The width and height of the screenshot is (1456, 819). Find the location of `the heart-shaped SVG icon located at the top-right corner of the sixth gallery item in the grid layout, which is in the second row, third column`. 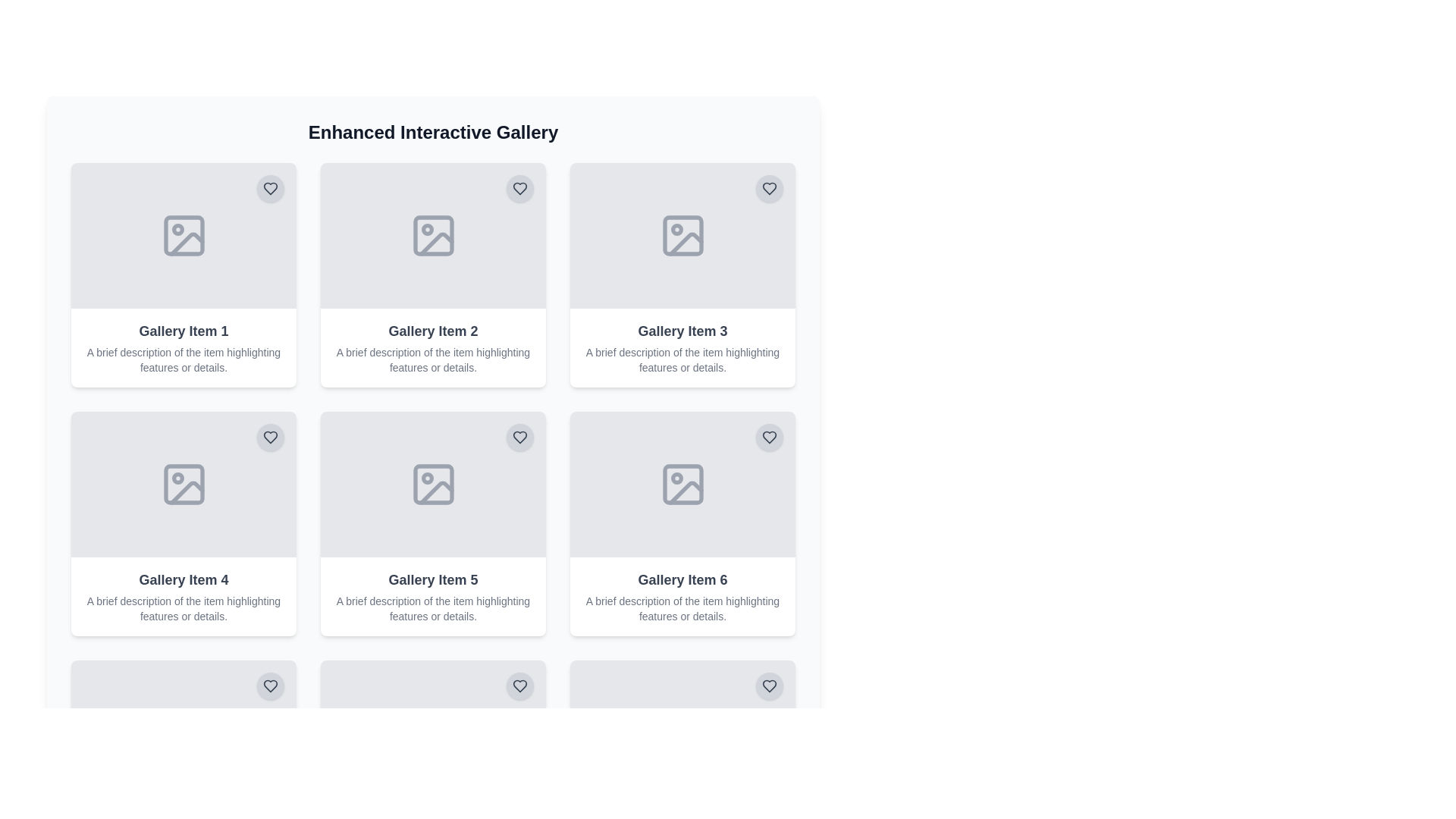

the heart-shaped SVG icon located at the top-right corner of the sixth gallery item in the grid layout, which is in the second row, third column is located at coordinates (769, 438).